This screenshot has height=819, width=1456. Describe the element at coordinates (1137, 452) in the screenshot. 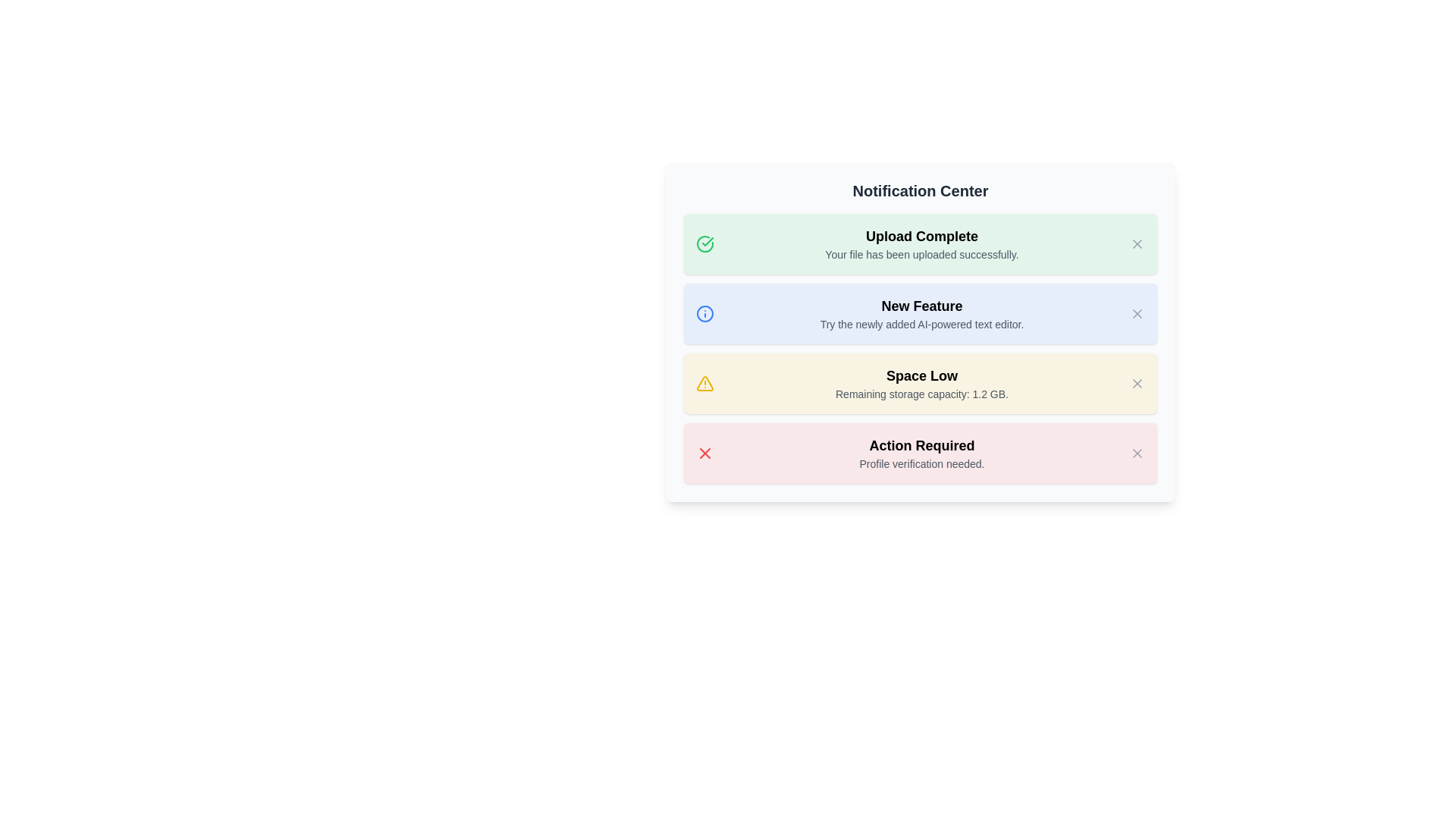

I see `the close button icon located in the bottom-right corner of the notification labeled 'Action Required' to potentially reveal additional details` at that location.